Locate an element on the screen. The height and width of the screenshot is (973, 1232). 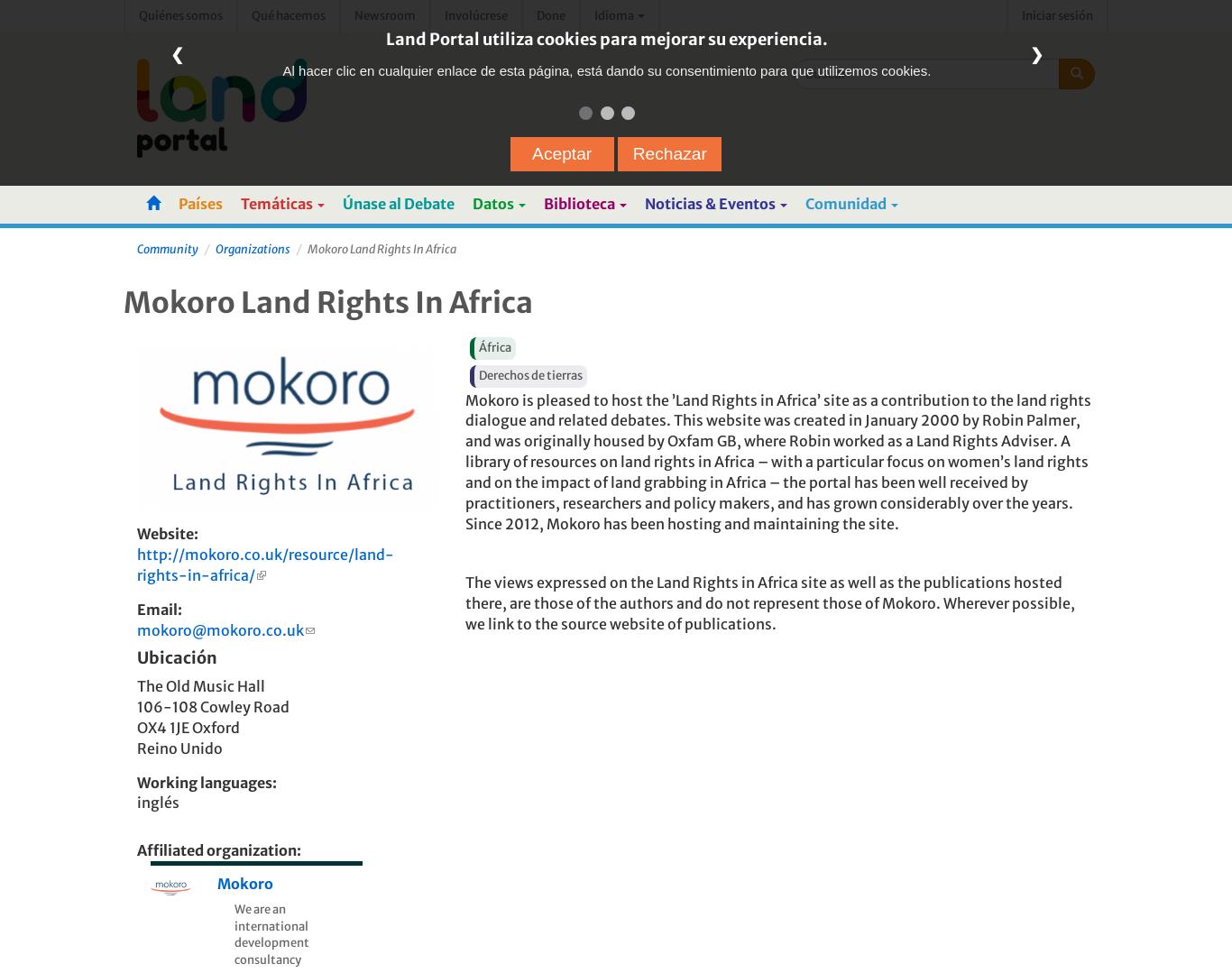
'http://mokoro.co.uk/resource/land-rights-in-africa/' is located at coordinates (264, 564).